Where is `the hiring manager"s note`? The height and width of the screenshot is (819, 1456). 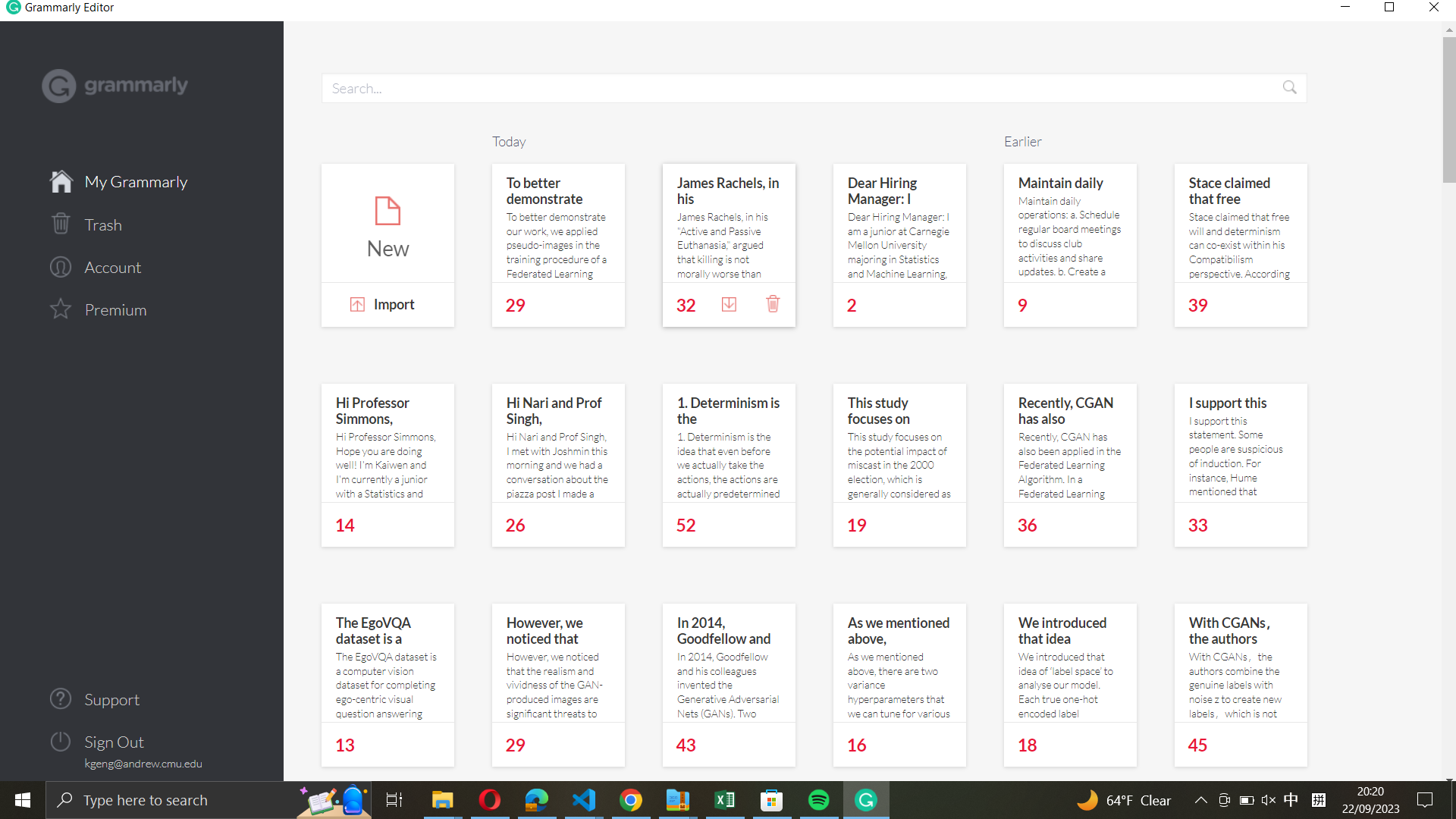 the hiring manager"s note is located at coordinates (899, 224).